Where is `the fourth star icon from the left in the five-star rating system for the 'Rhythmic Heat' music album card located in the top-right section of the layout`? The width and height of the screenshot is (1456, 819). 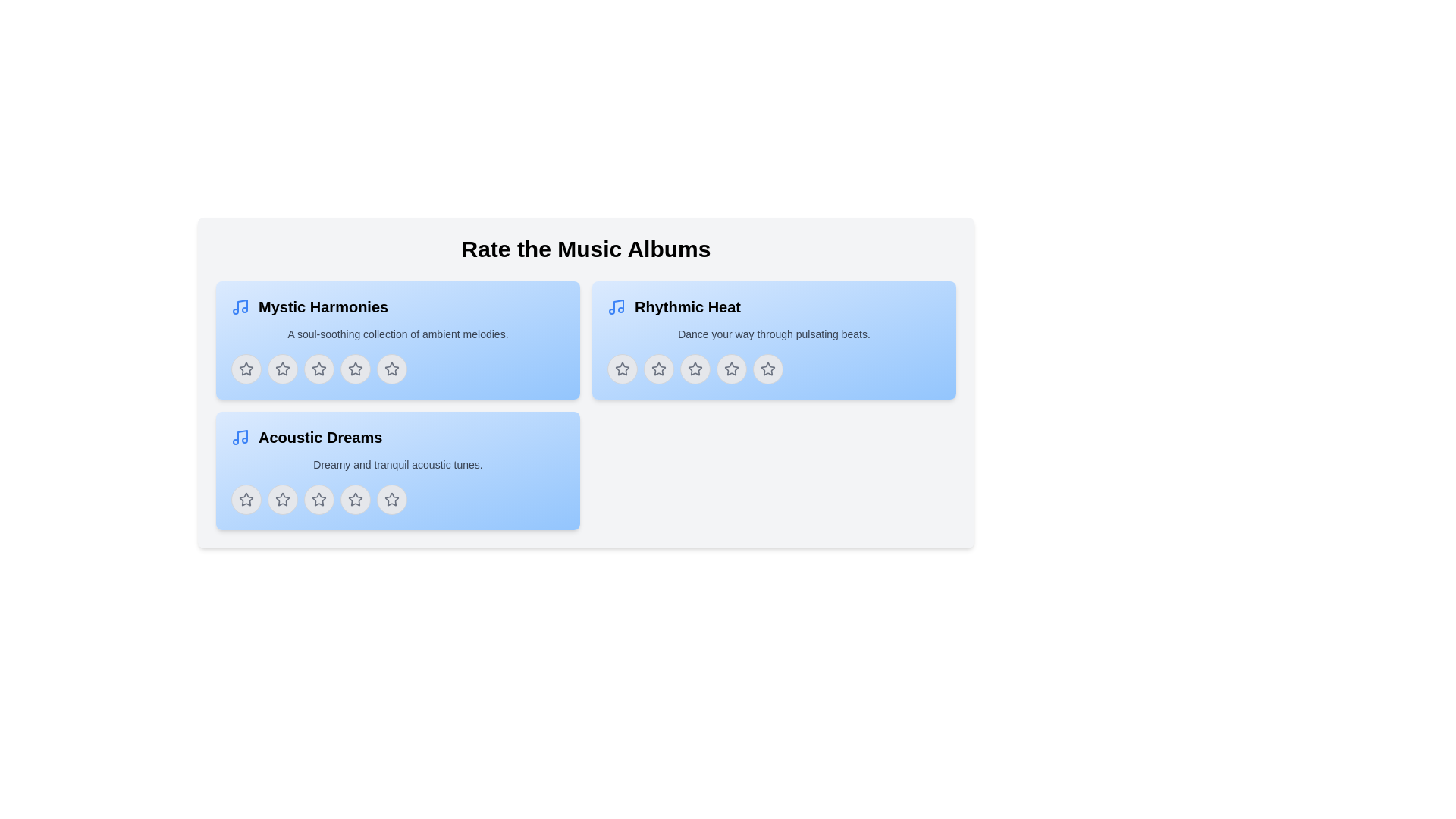
the fourth star icon from the left in the five-star rating system for the 'Rhythmic Heat' music album card located in the top-right section of the layout is located at coordinates (731, 369).